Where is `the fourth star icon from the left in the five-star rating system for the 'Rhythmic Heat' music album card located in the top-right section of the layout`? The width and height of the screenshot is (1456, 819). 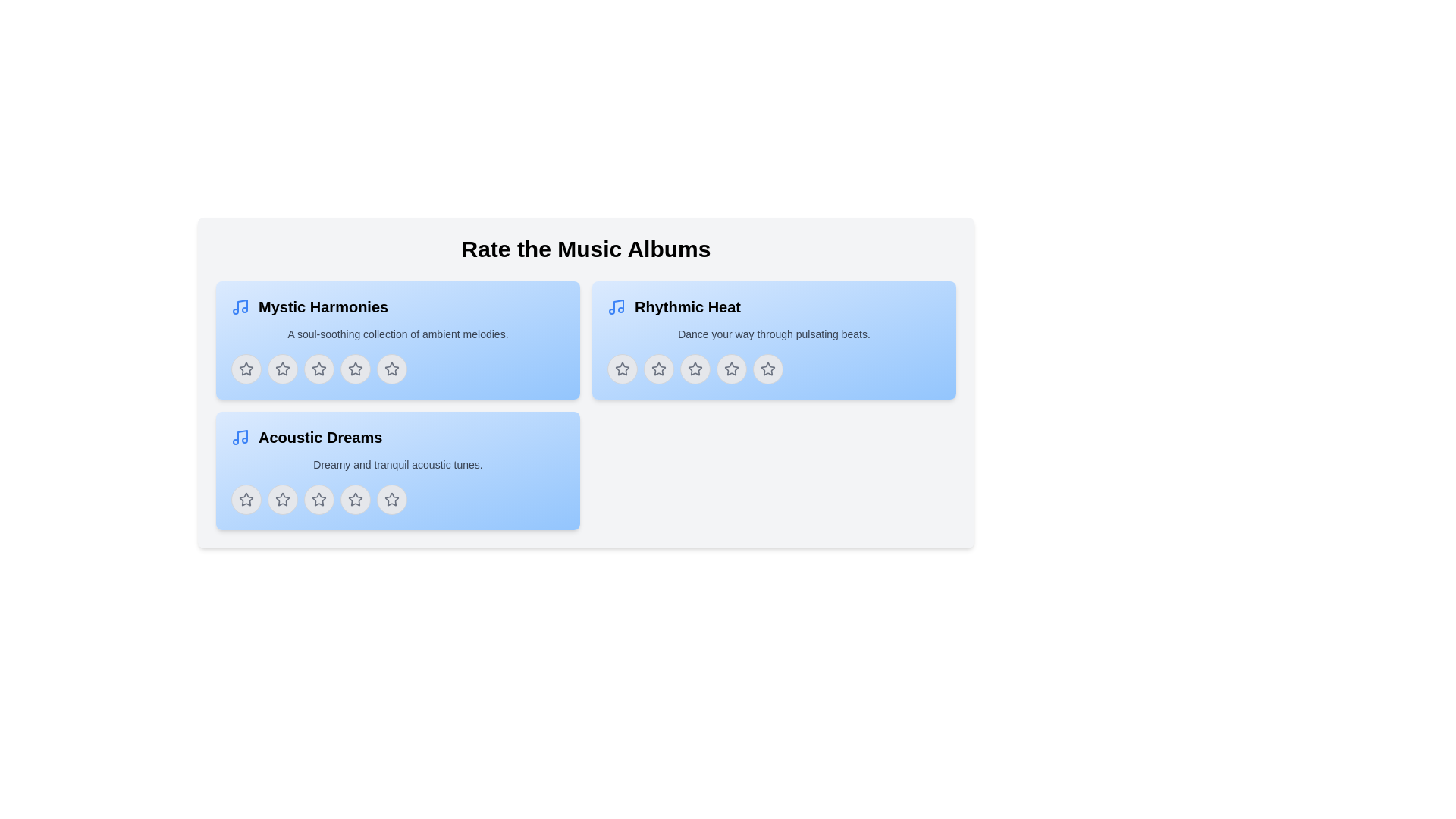
the fourth star icon from the left in the five-star rating system for the 'Rhythmic Heat' music album card located in the top-right section of the layout is located at coordinates (731, 369).